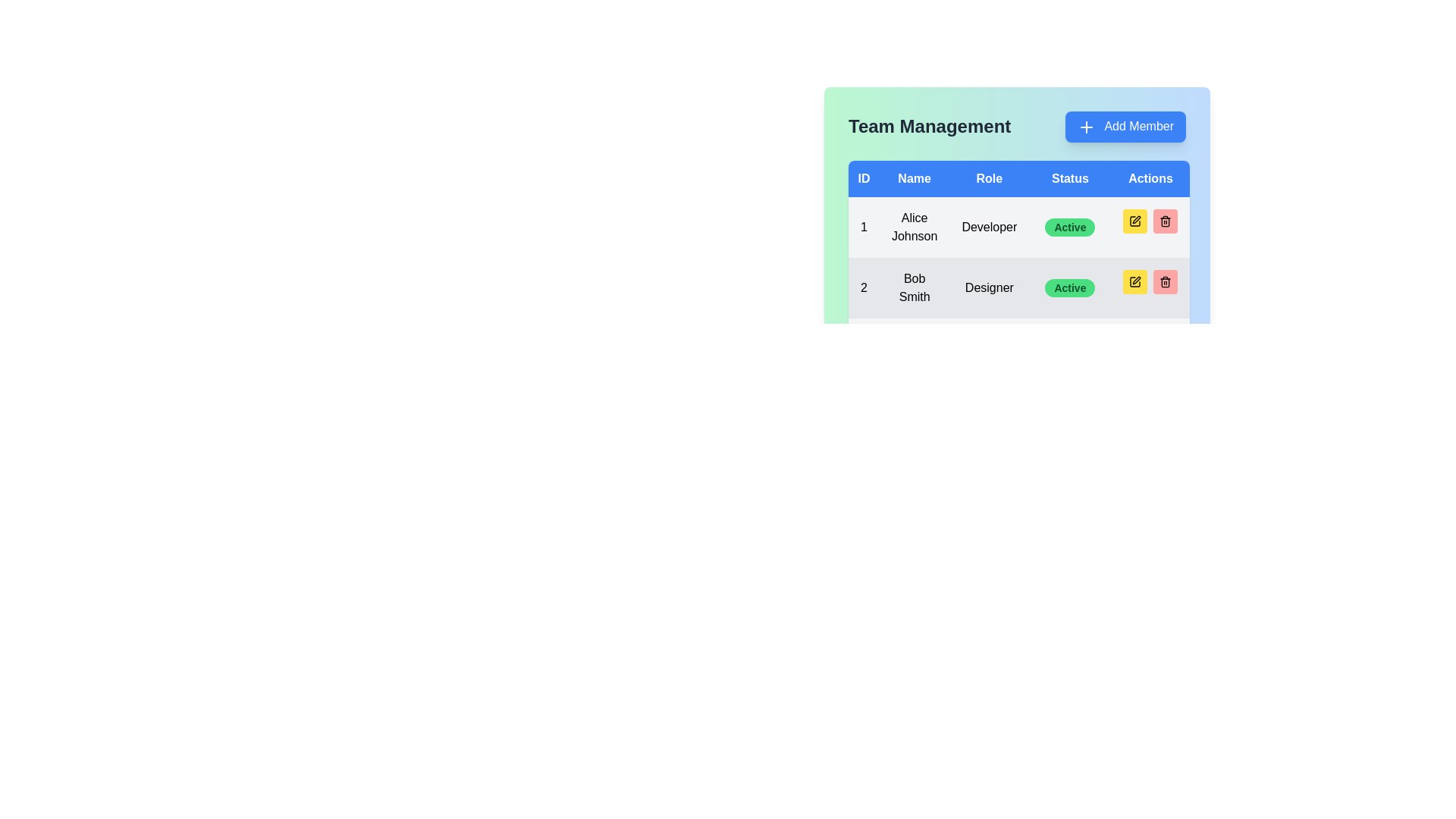 The width and height of the screenshot is (1456, 819). I want to click on the edit Icon button located in the first position of the Actions column for the second row of the table, which is aligned with the Designer role and the Active status indicator, so click(1135, 281).